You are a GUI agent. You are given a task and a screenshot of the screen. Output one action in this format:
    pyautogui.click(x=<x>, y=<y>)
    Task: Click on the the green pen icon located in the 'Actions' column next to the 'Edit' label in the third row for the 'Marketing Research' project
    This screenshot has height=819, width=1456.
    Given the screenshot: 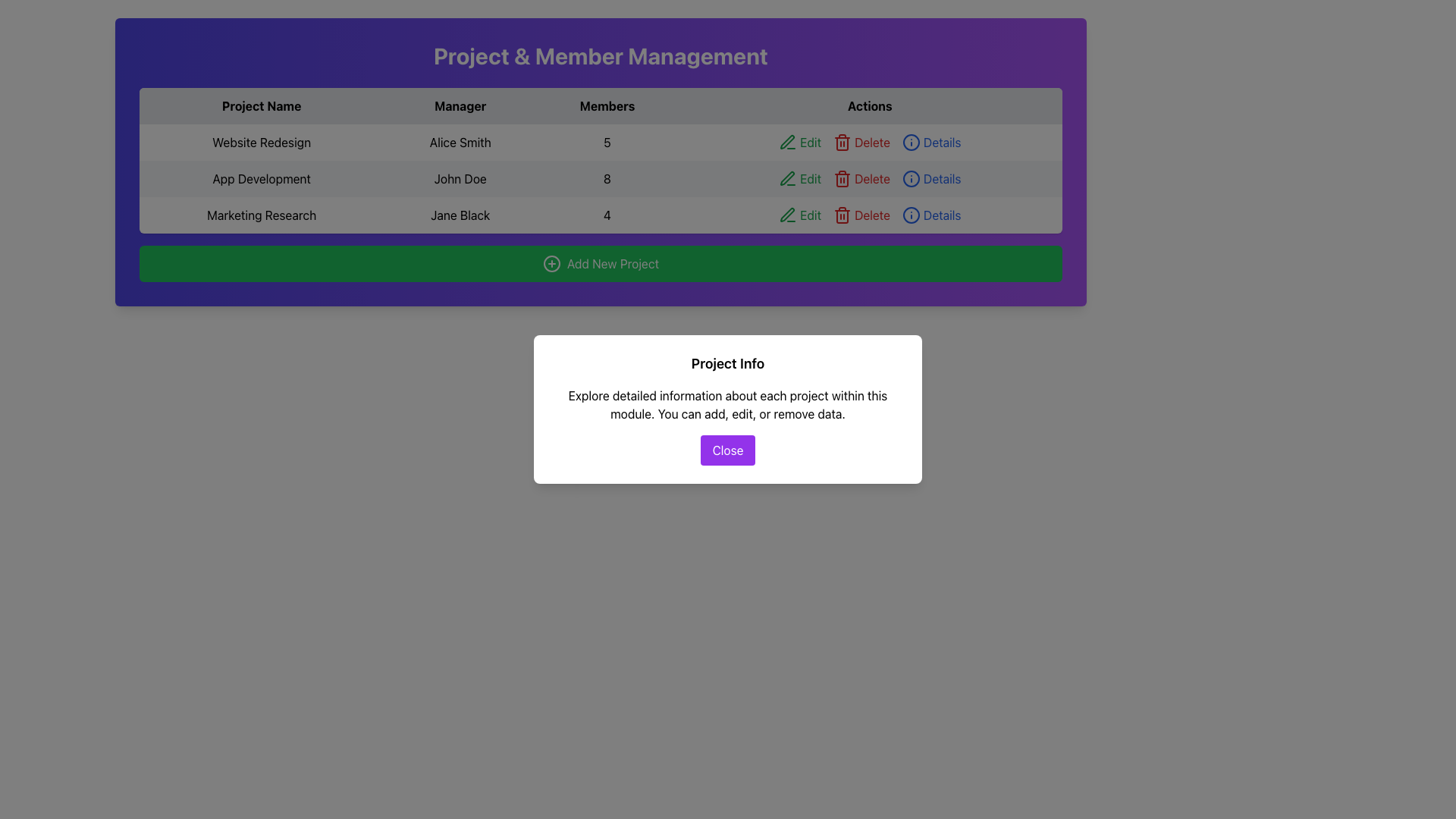 What is the action you would take?
    pyautogui.click(x=788, y=215)
    